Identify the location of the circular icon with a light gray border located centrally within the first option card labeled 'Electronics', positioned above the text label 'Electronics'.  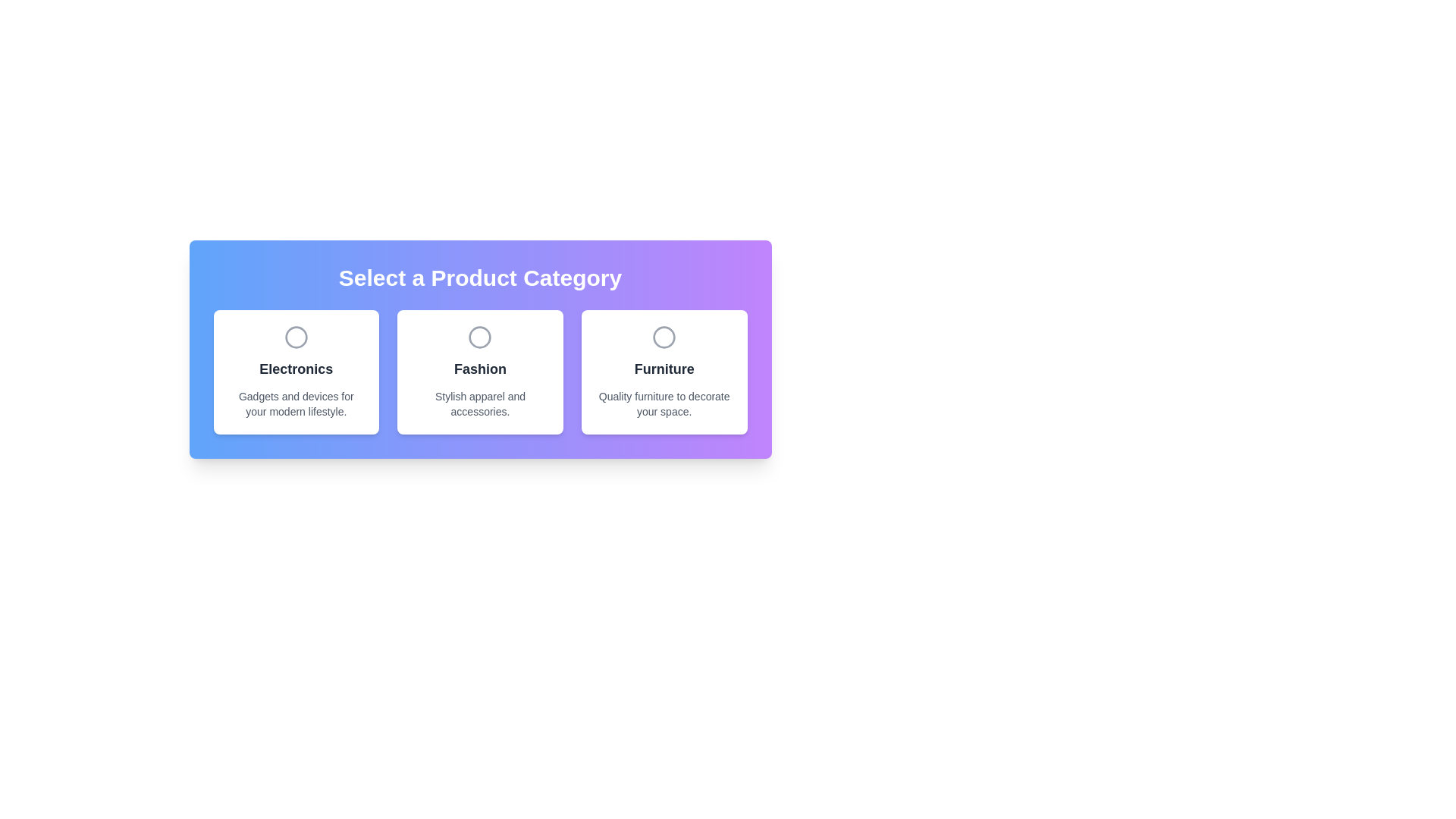
(296, 336).